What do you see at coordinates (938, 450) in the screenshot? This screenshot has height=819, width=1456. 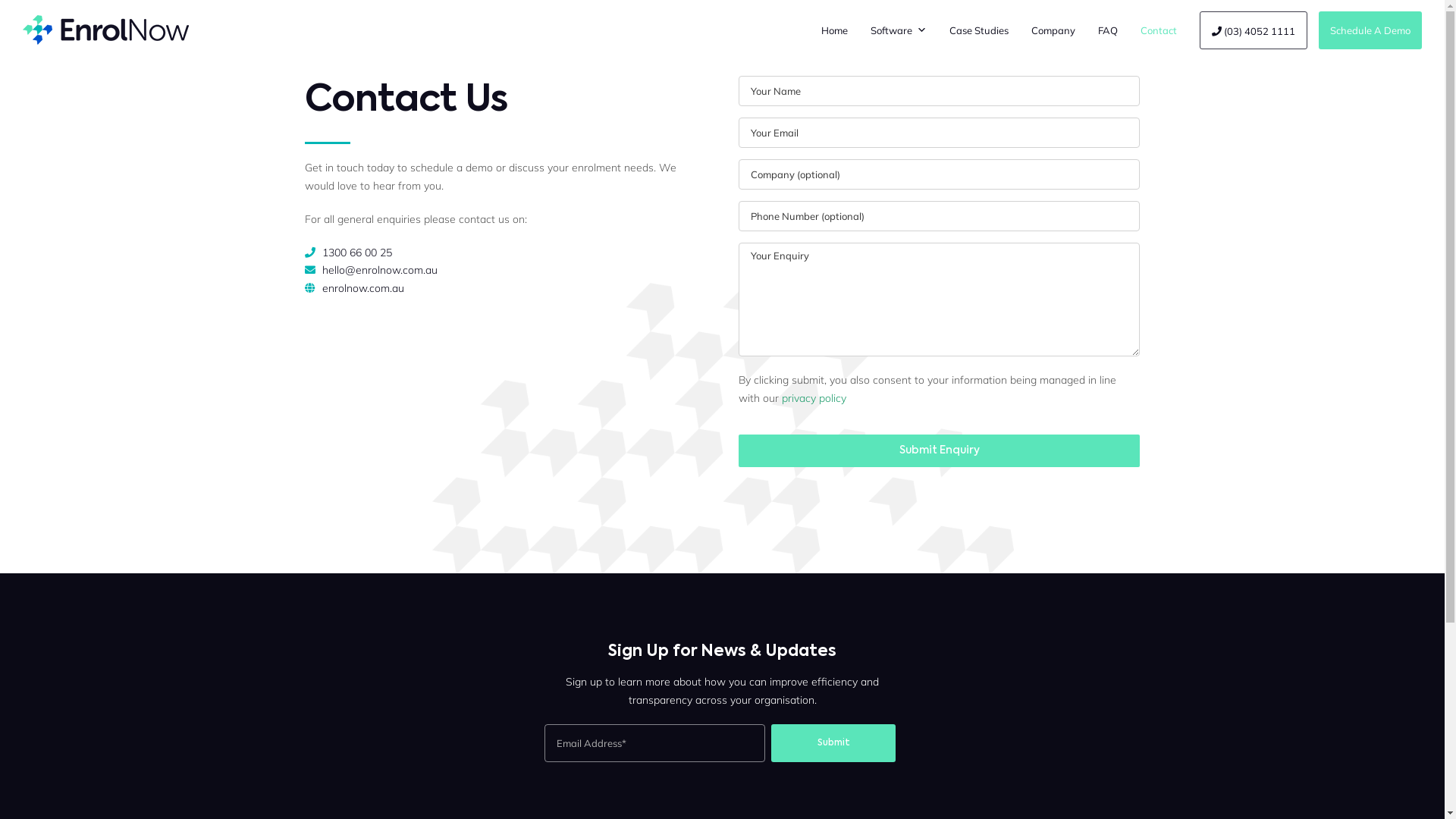 I see `'Submit Enquiry'` at bounding box center [938, 450].